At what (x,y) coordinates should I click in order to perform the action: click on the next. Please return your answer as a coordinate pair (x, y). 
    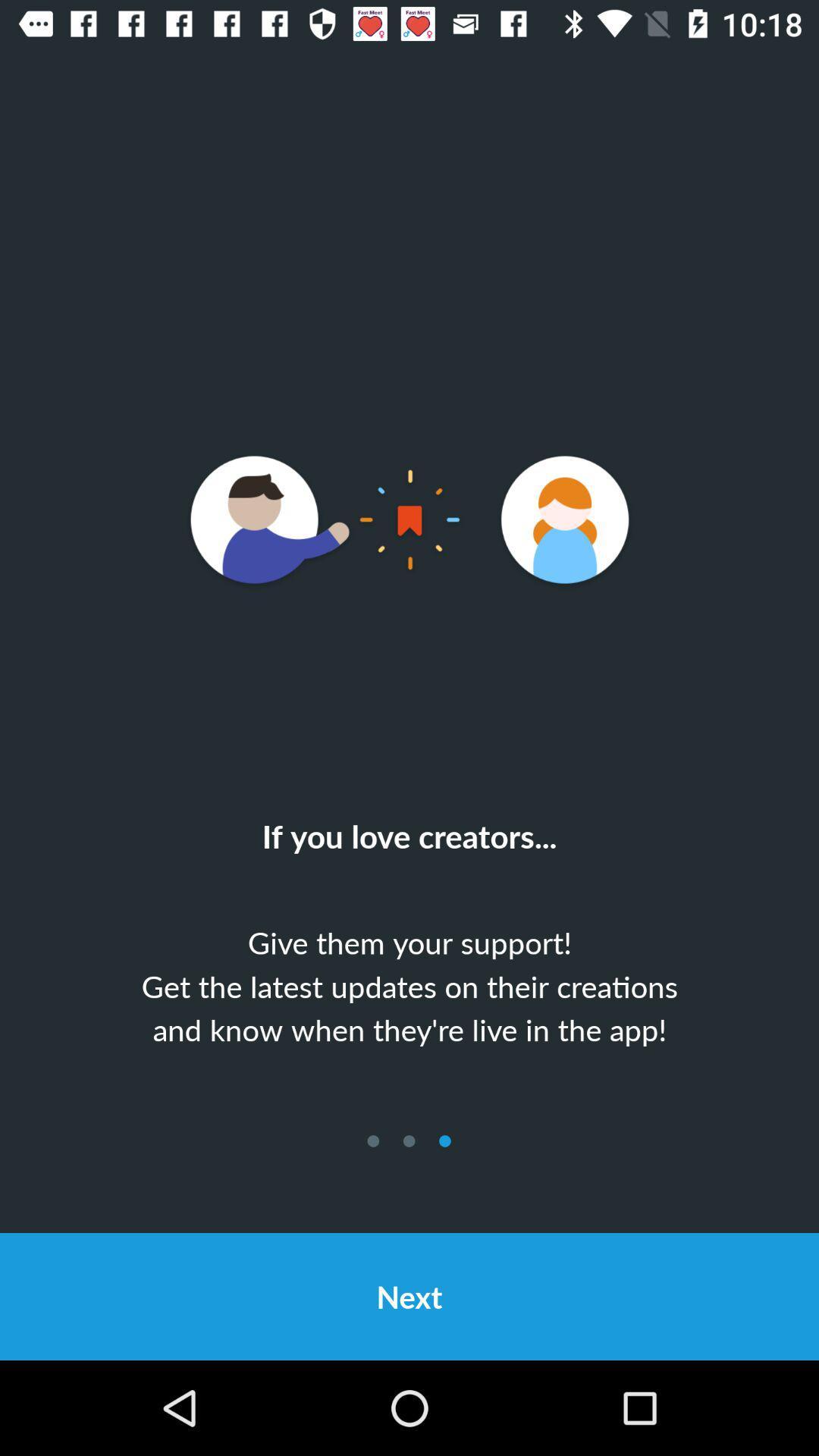
    Looking at the image, I should click on (409, 1295).